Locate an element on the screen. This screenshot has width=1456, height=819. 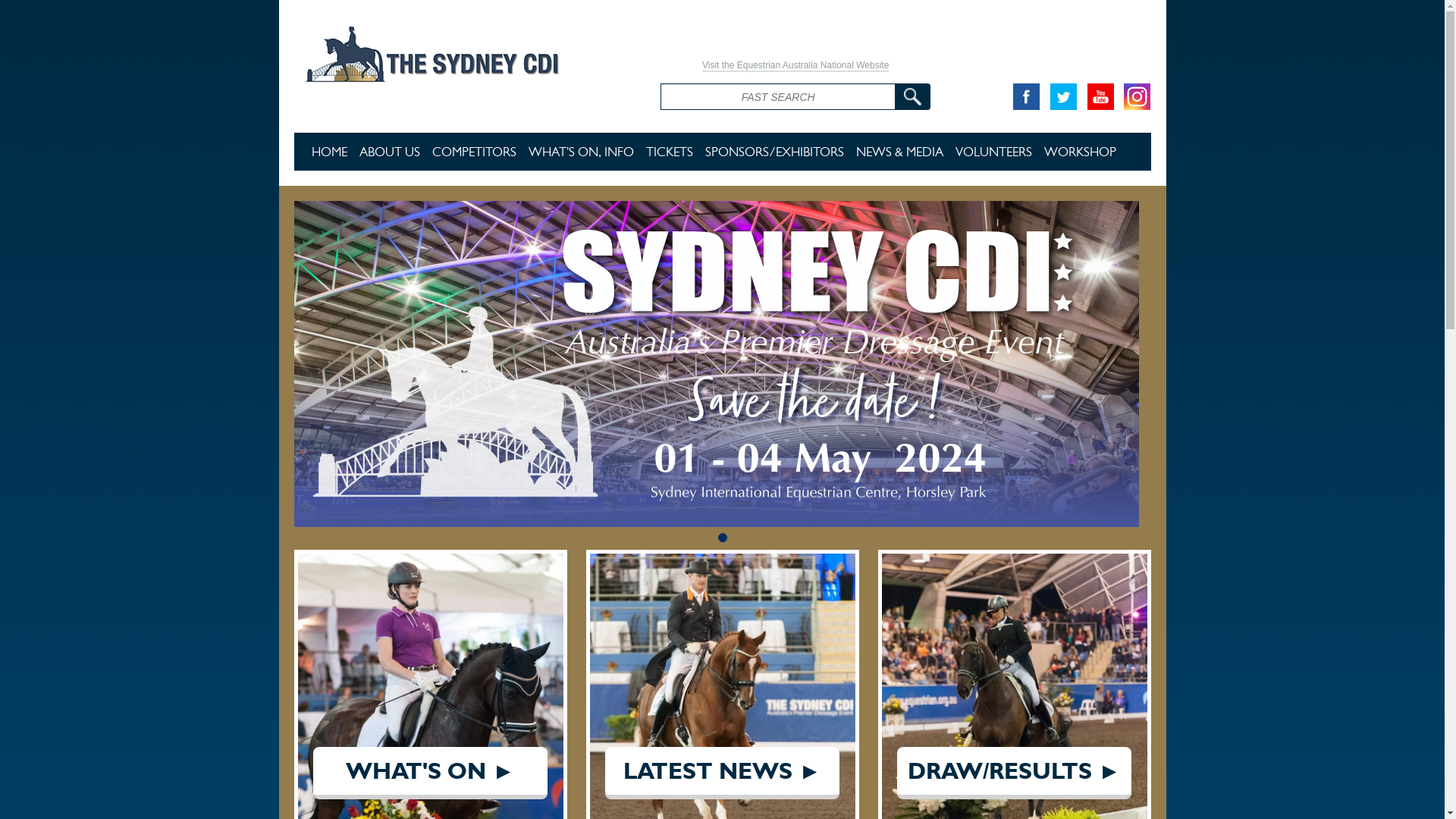
'Visit the Equestrian Australia National Website' is located at coordinates (795, 65).